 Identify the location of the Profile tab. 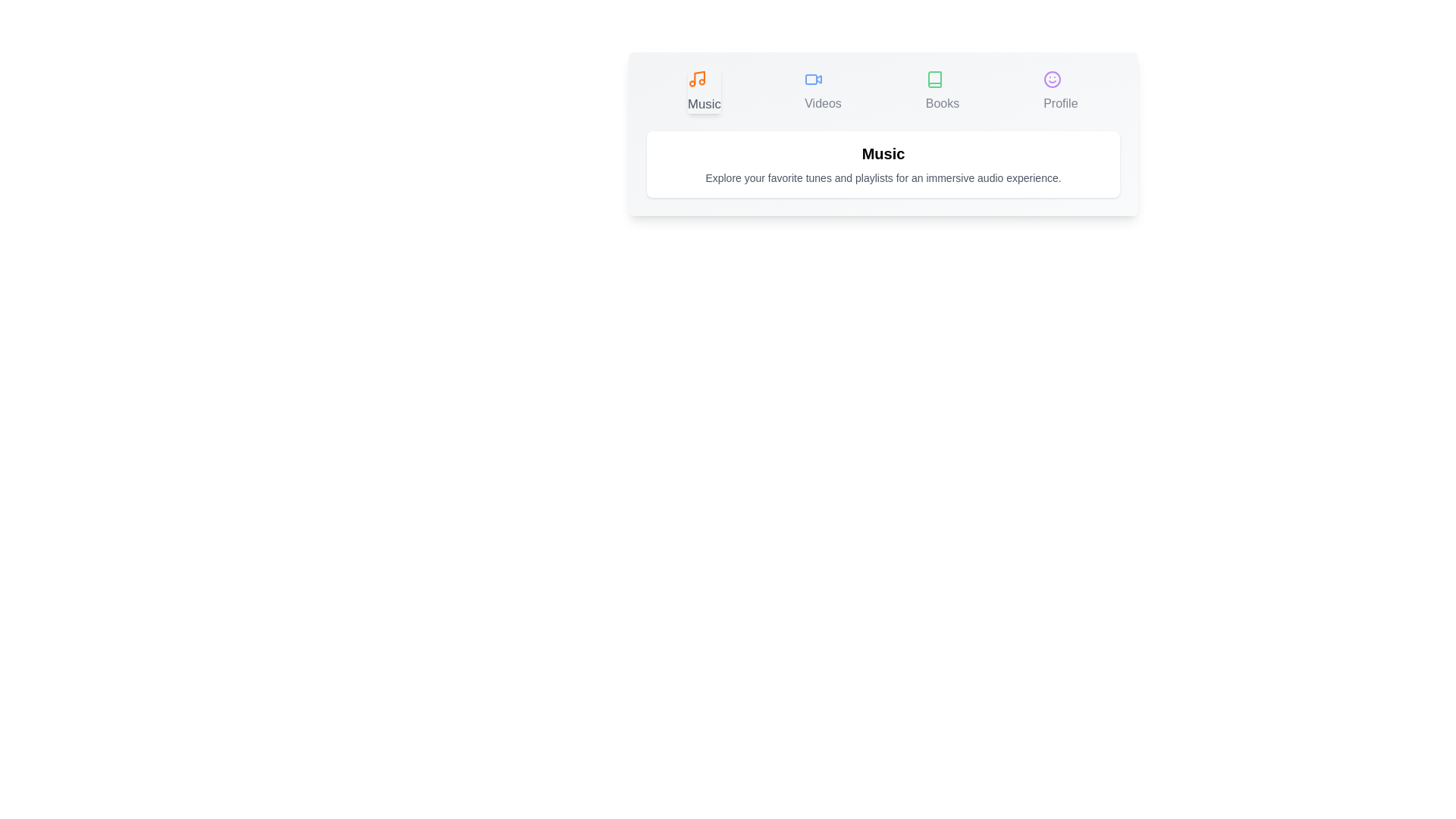
(1059, 91).